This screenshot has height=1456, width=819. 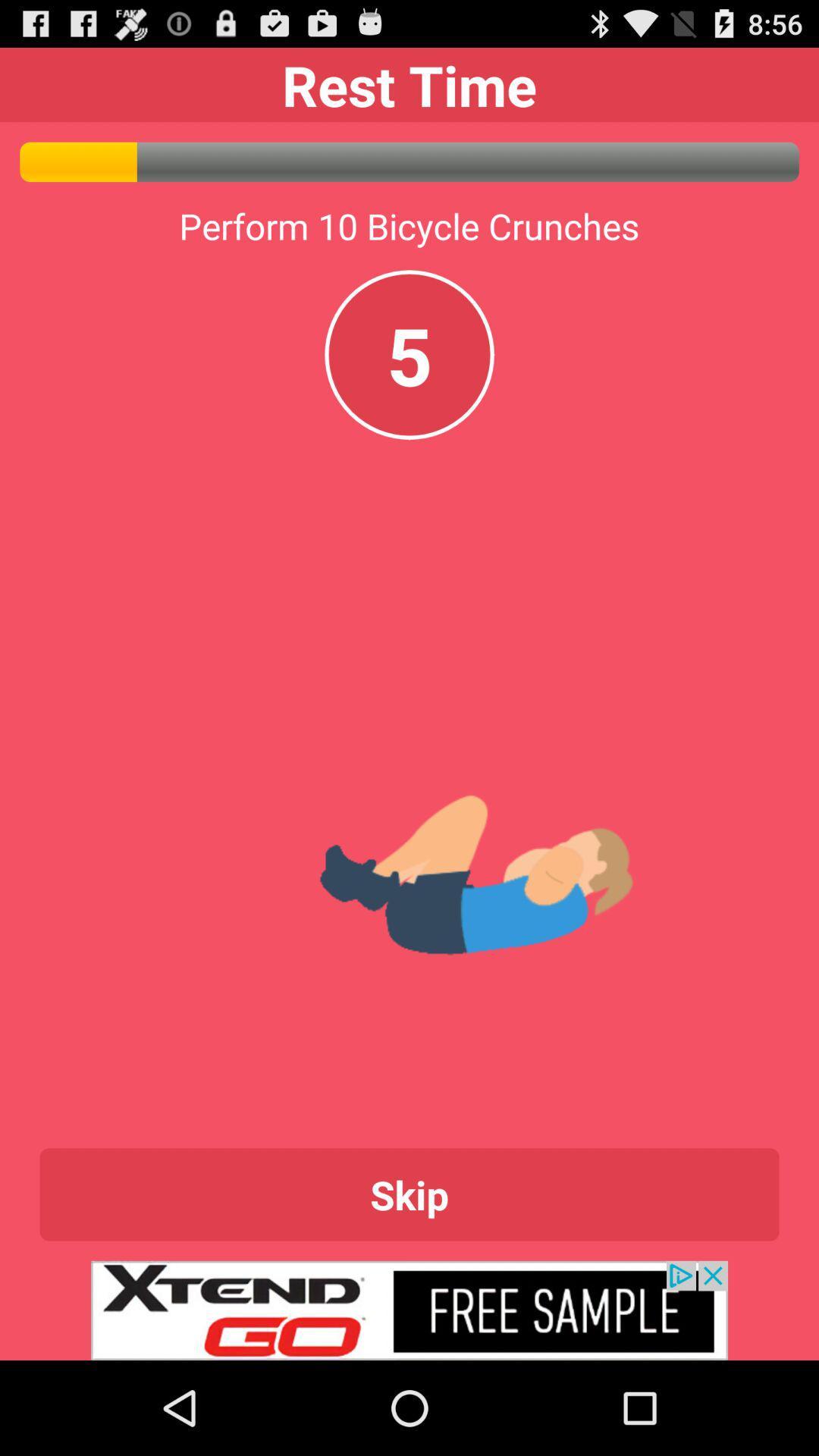 I want to click on advertisement, so click(x=409, y=1310).